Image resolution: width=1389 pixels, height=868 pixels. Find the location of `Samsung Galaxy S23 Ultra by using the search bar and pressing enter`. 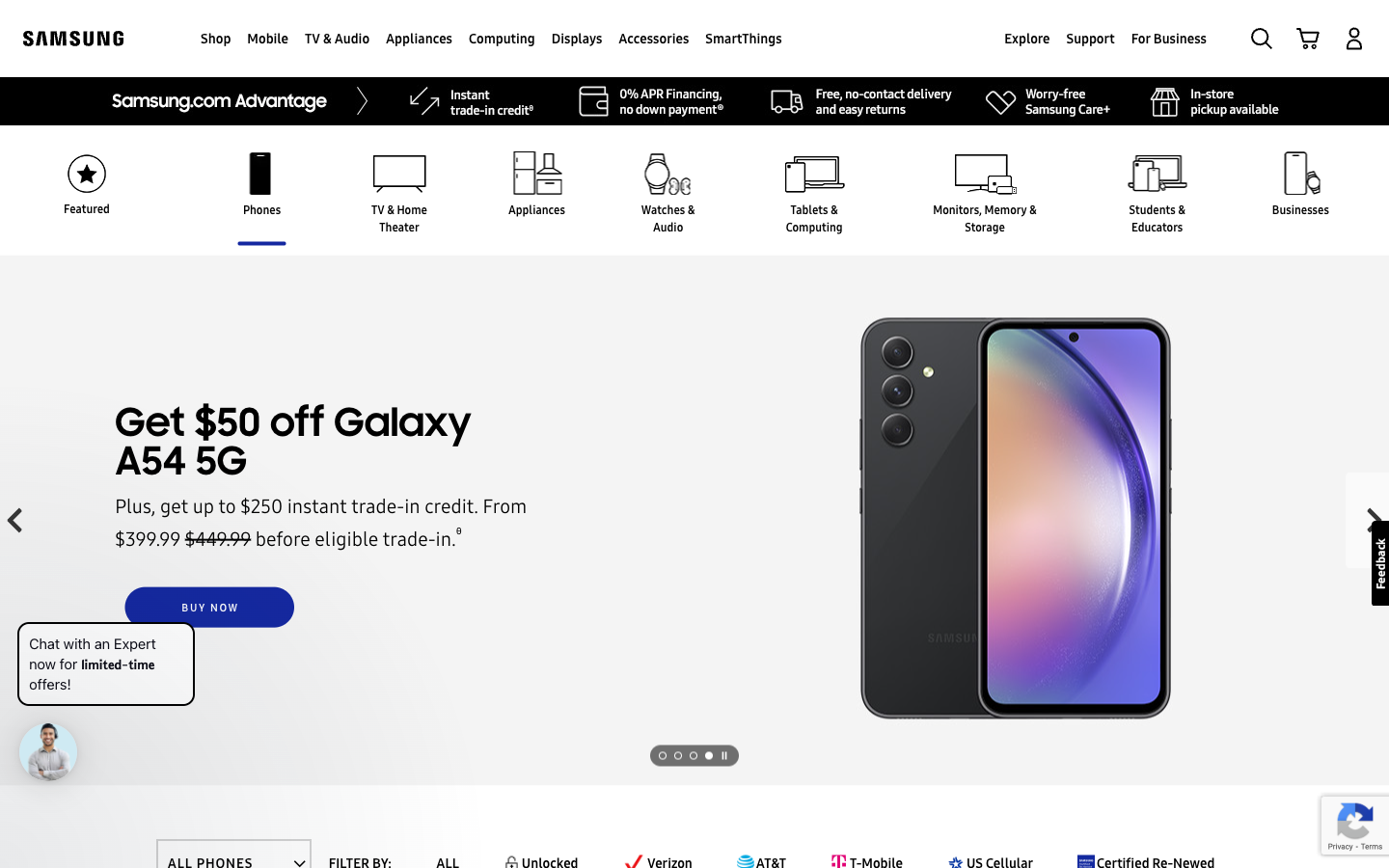

Samsung Galaxy S23 Ultra by using the search bar and pressing enter is located at coordinates (1261, 37).